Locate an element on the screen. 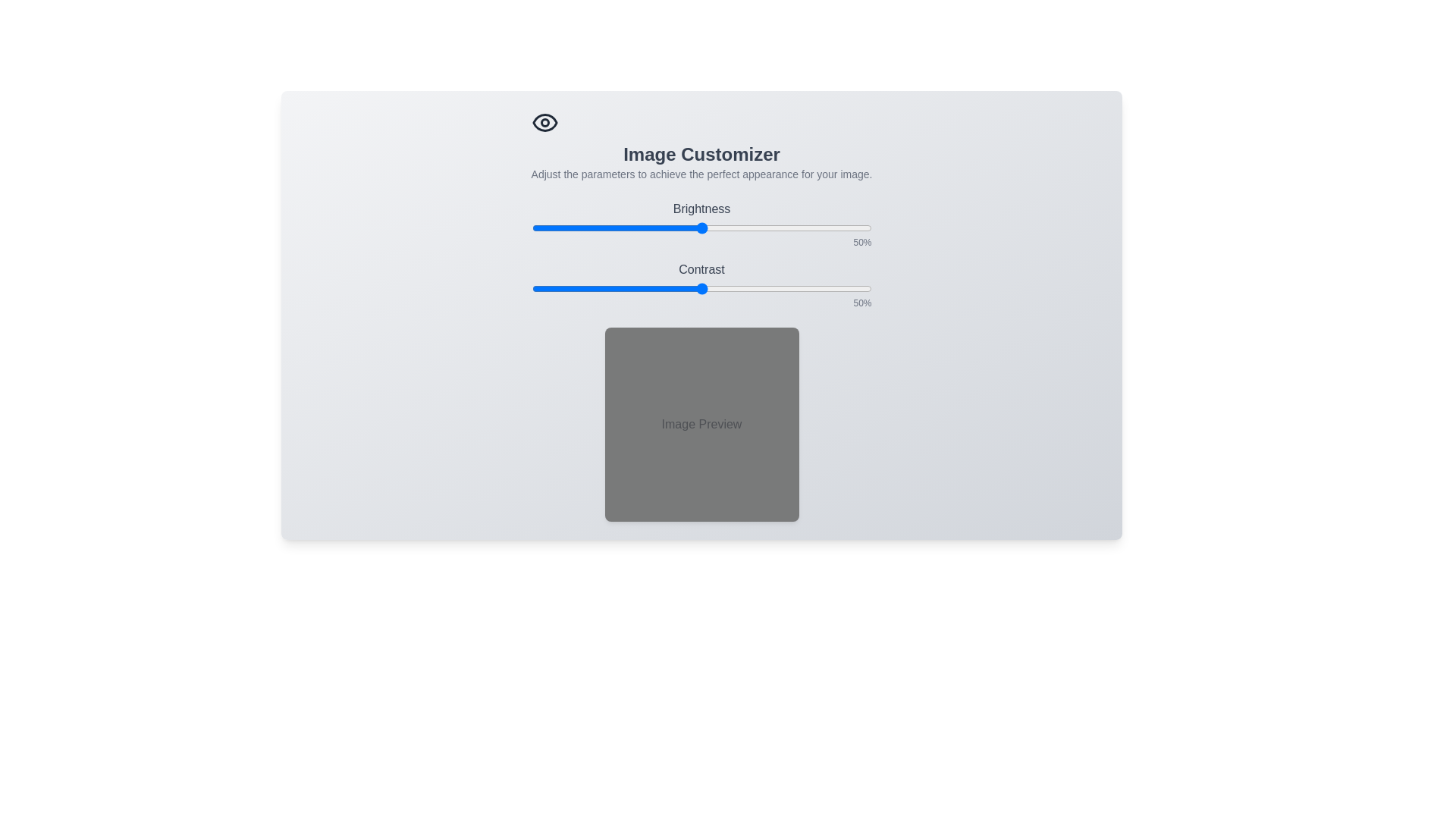  the brightness slider to set brightness to 55% is located at coordinates (717, 227).